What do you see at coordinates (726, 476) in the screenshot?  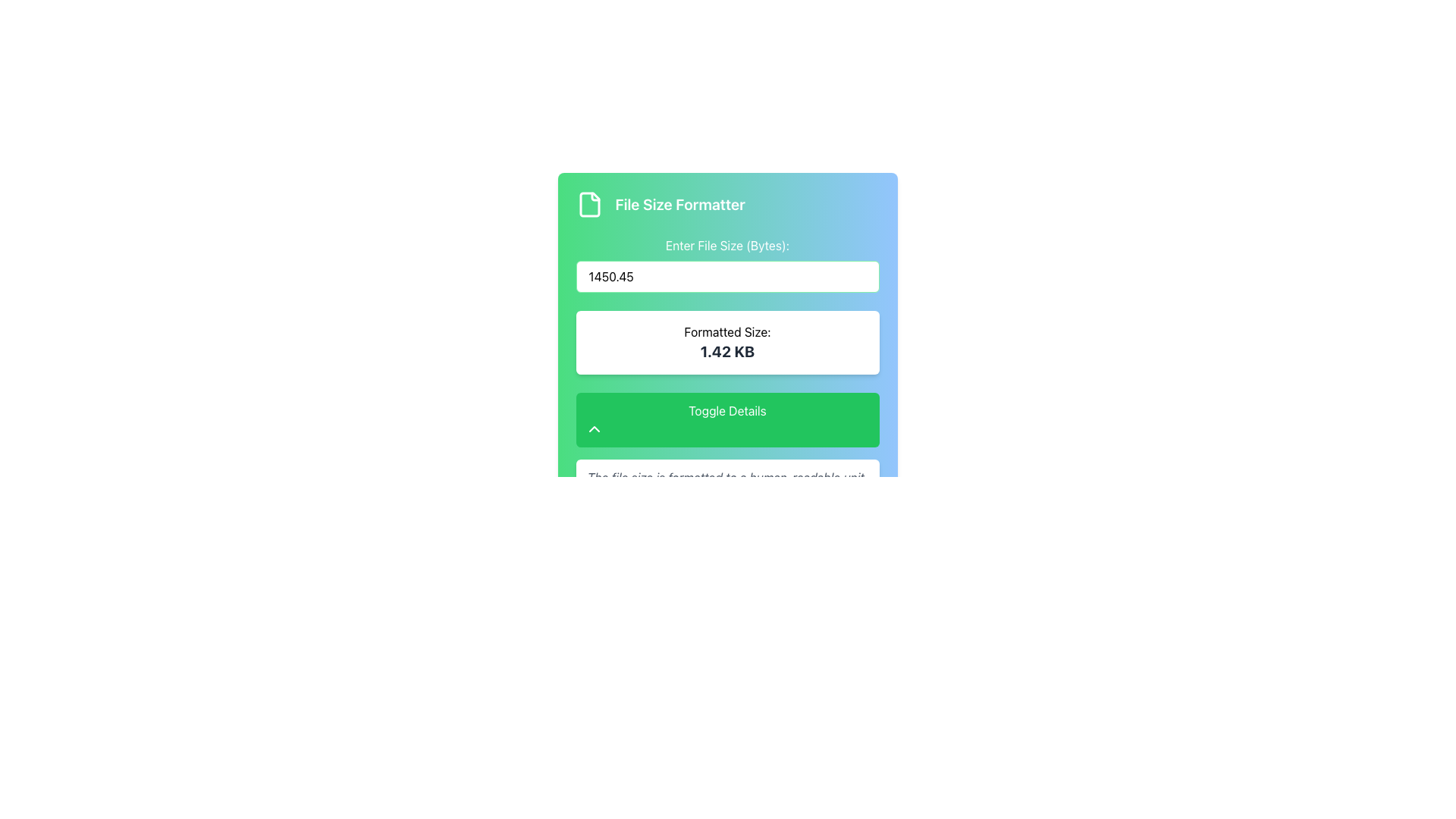 I see `italicized text block that states 'The file size is formatted to a human-readable unit.' located at the bottom of the card component beneath the 'Toggle Details' button` at bounding box center [726, 476].